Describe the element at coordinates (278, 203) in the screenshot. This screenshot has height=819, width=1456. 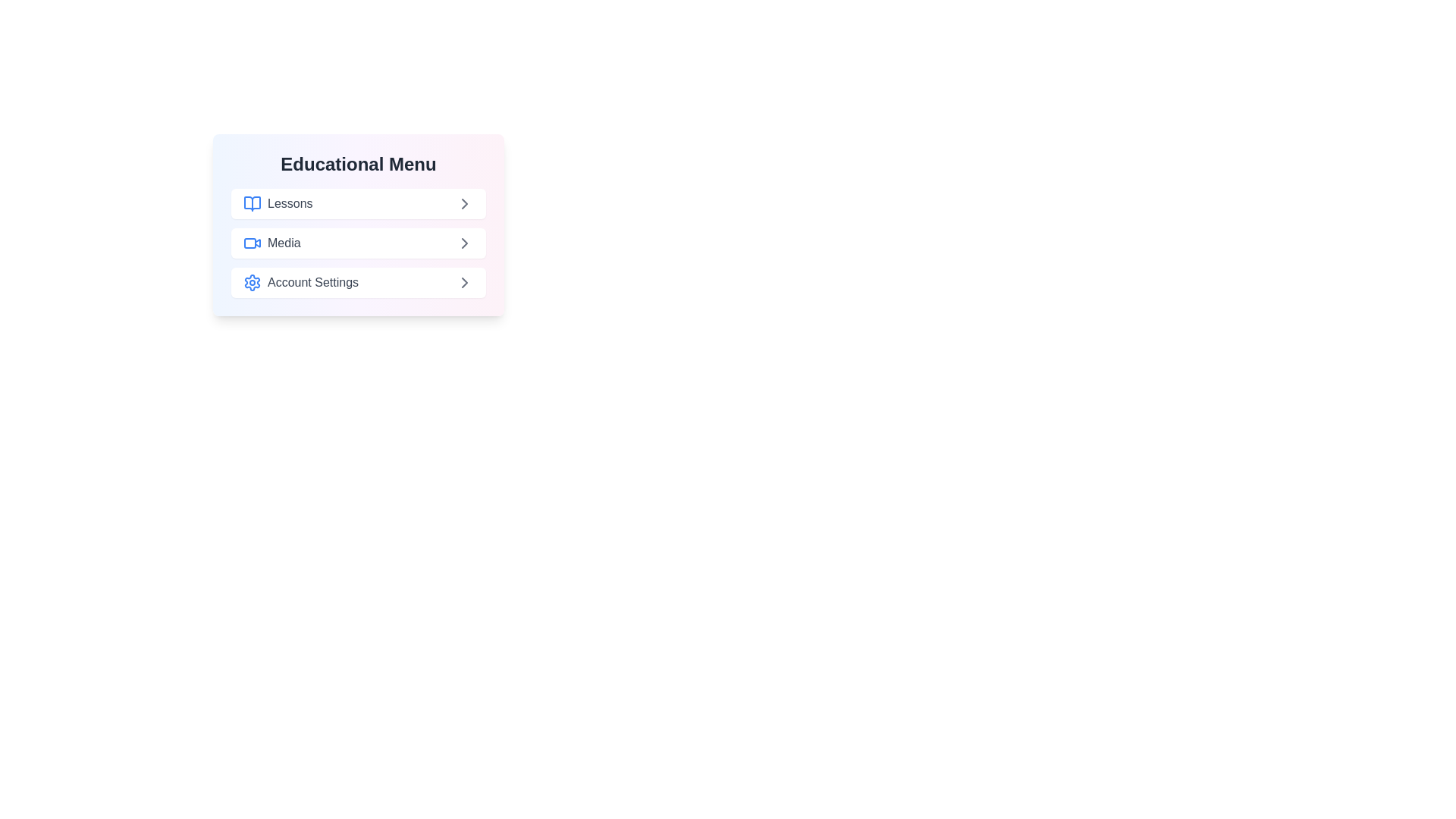
I see `the 'Lessons' menu item` at that location.